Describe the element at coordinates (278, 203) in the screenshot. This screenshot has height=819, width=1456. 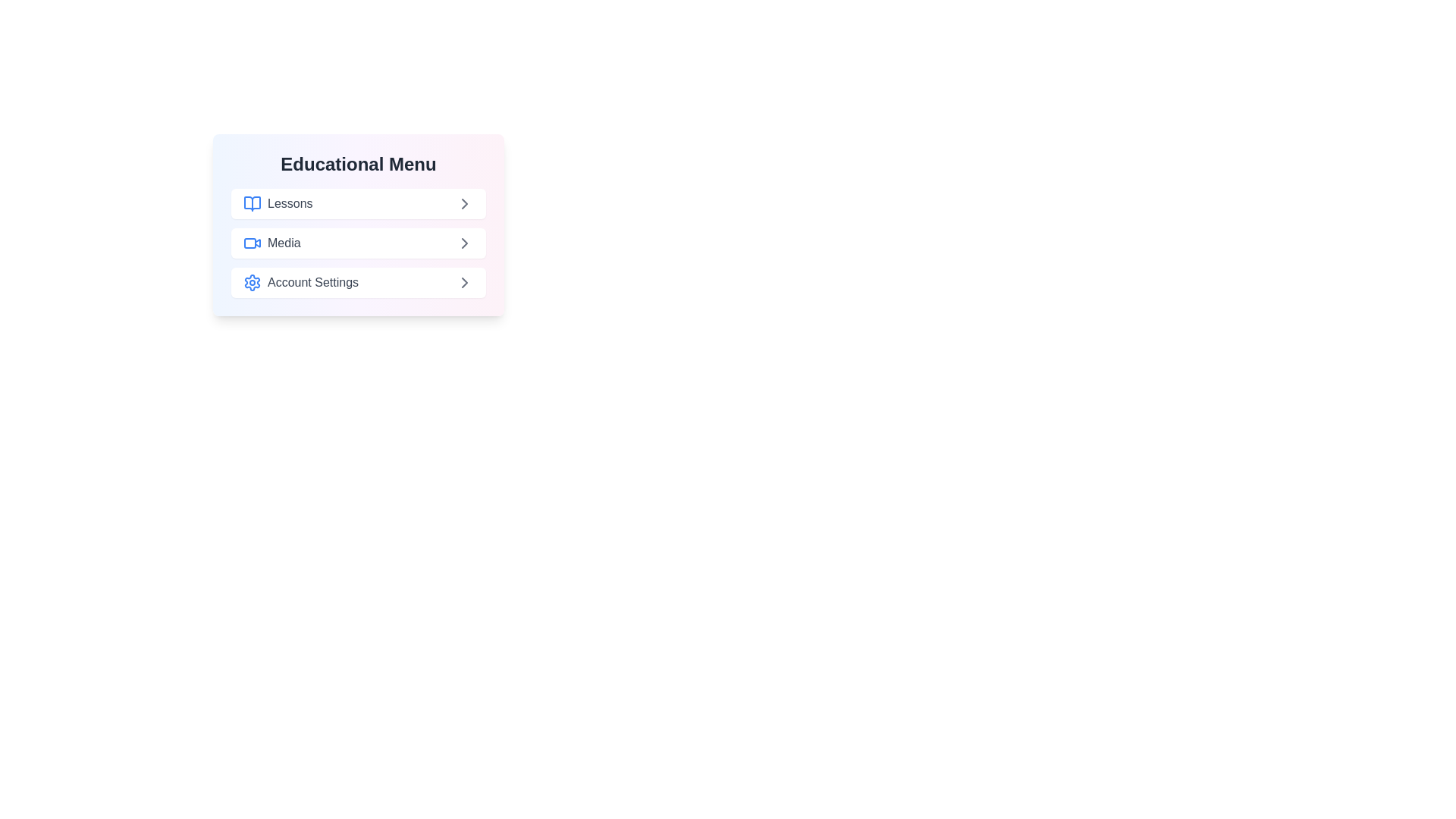
I see `the 'Lessons' menu item` at that location.